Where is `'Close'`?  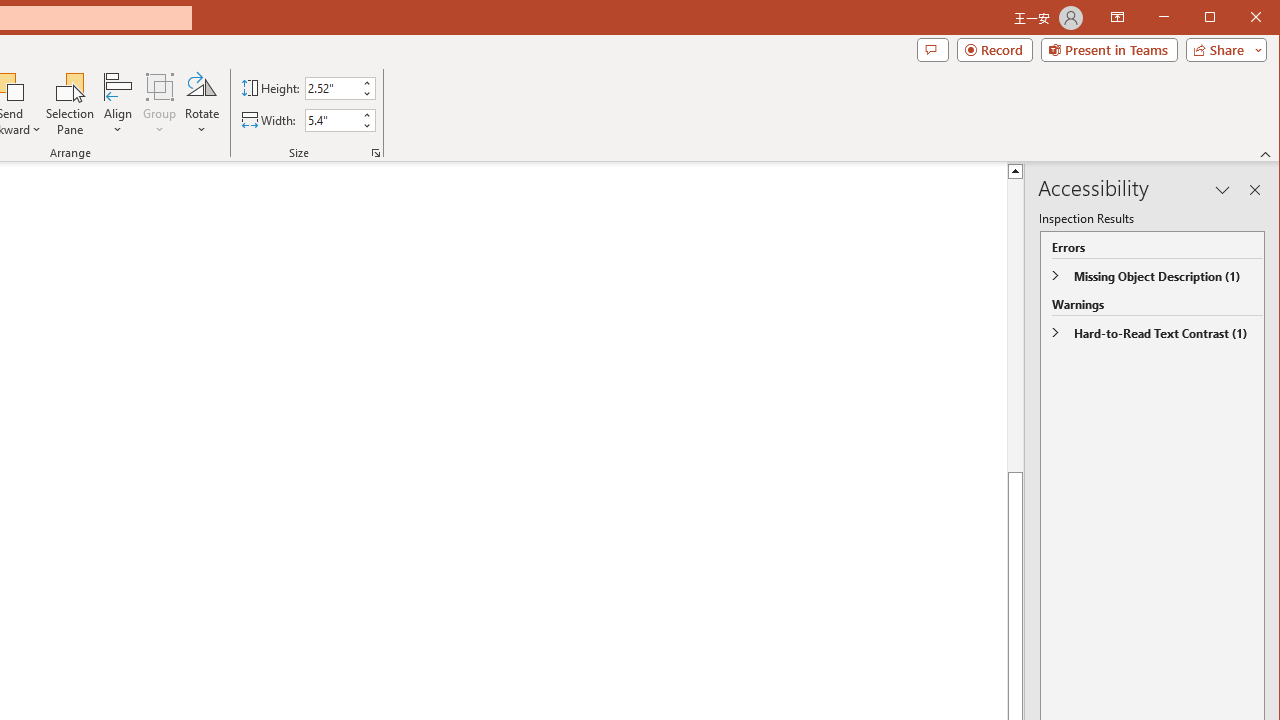
'Close' is located at coordinates (1260, 19).